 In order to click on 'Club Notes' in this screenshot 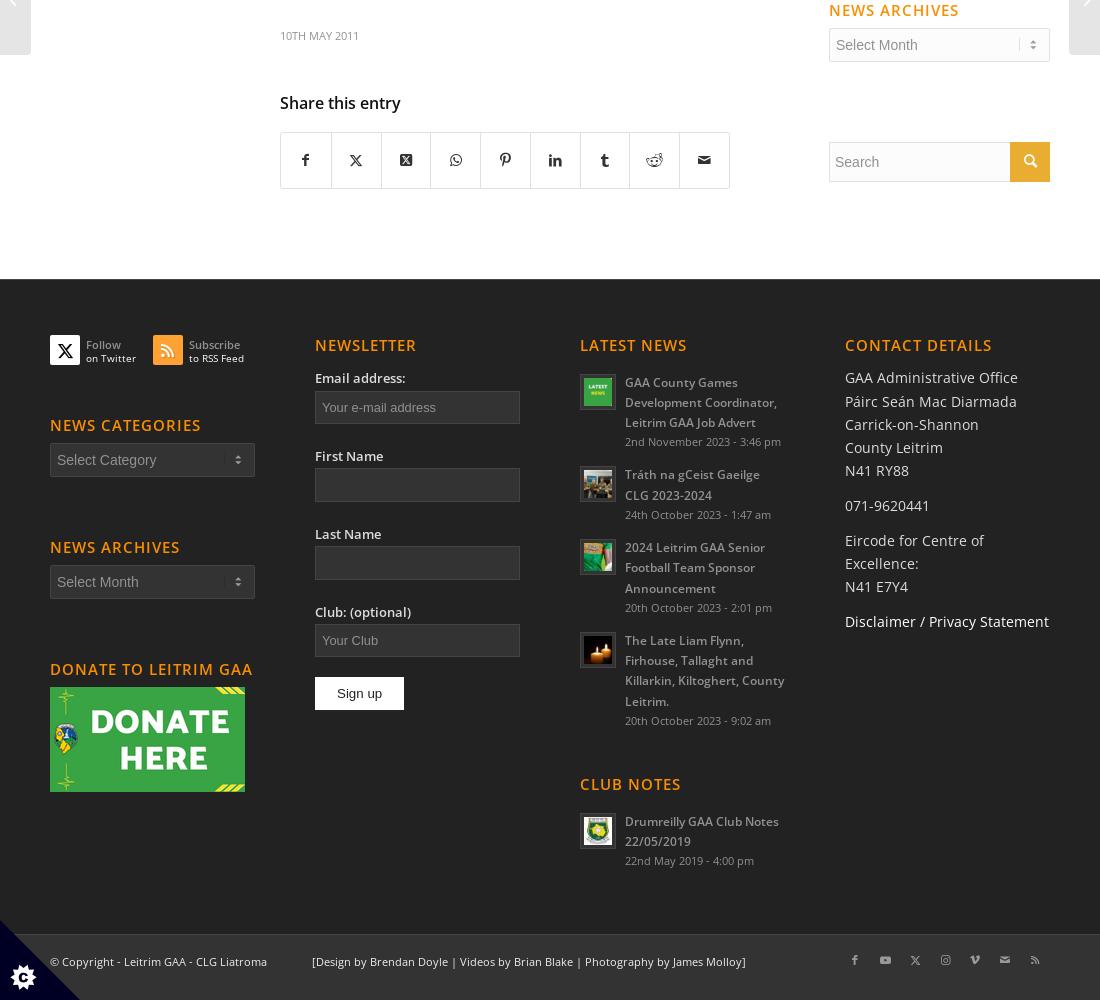, I will do `click(630, 784)`.